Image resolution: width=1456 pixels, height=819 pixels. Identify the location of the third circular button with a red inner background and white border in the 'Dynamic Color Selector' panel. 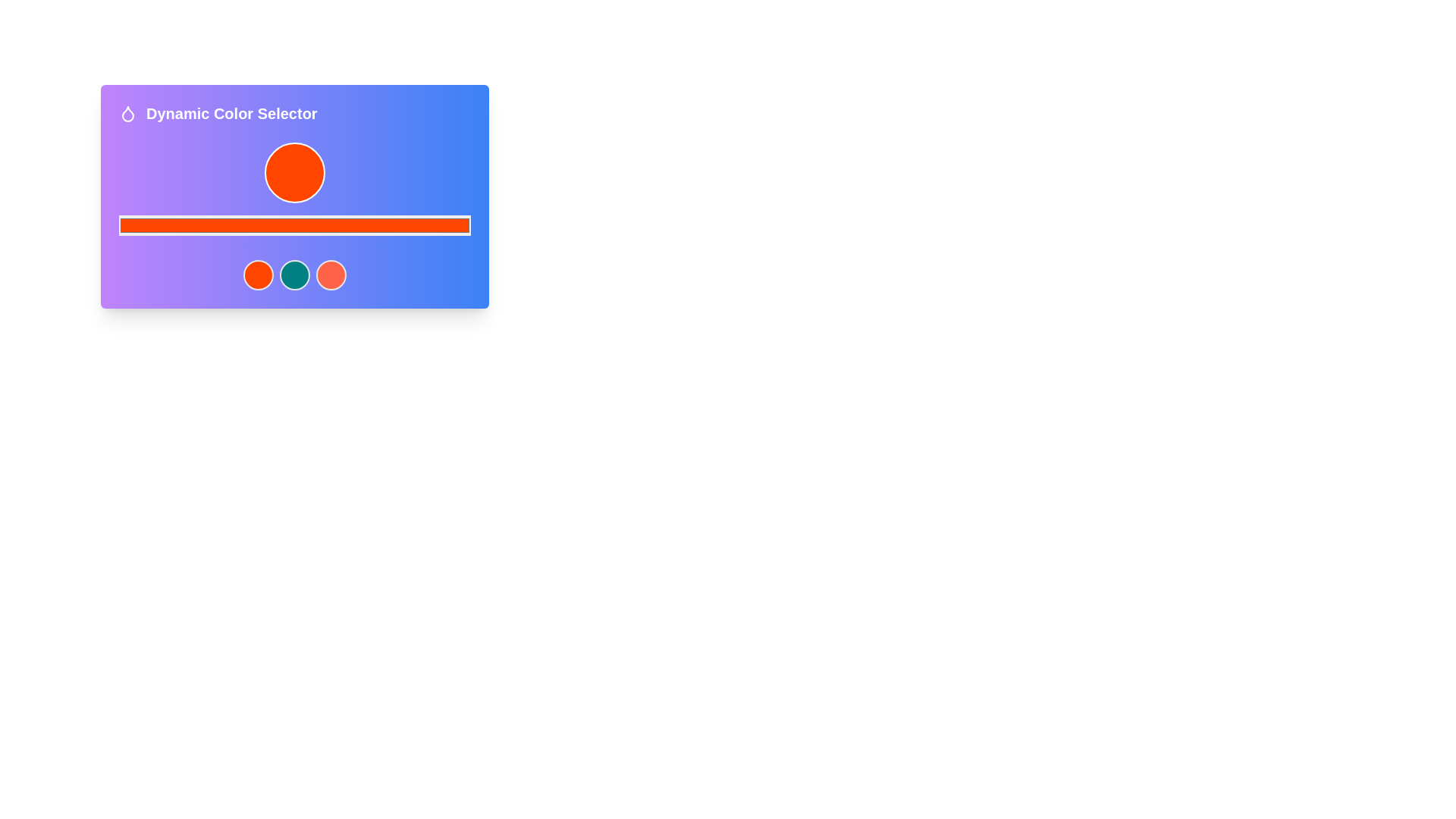
(330, 275).